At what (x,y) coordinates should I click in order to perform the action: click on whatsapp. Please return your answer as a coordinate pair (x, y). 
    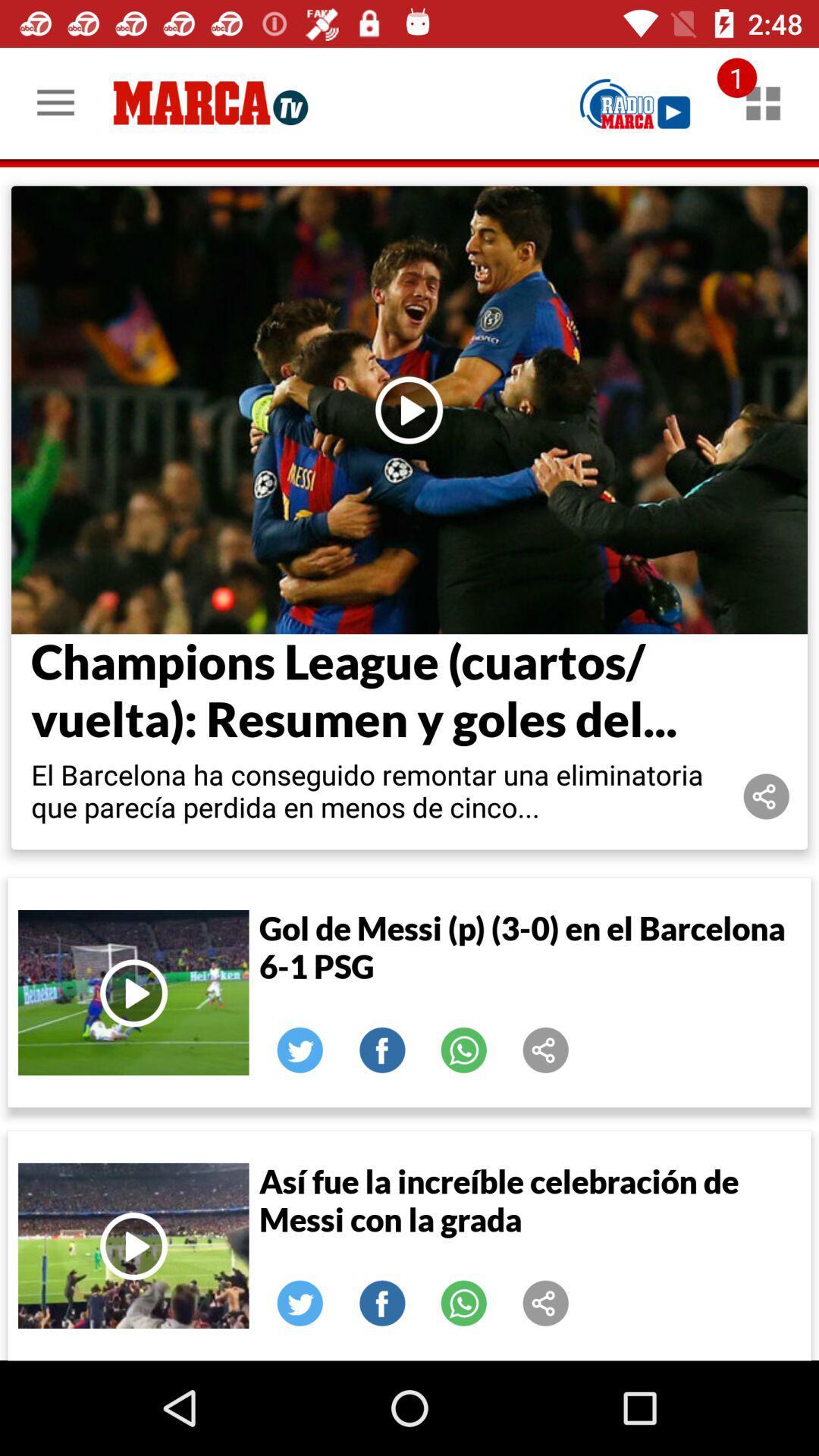
    Looking at the image, I should click on (463, 1050).